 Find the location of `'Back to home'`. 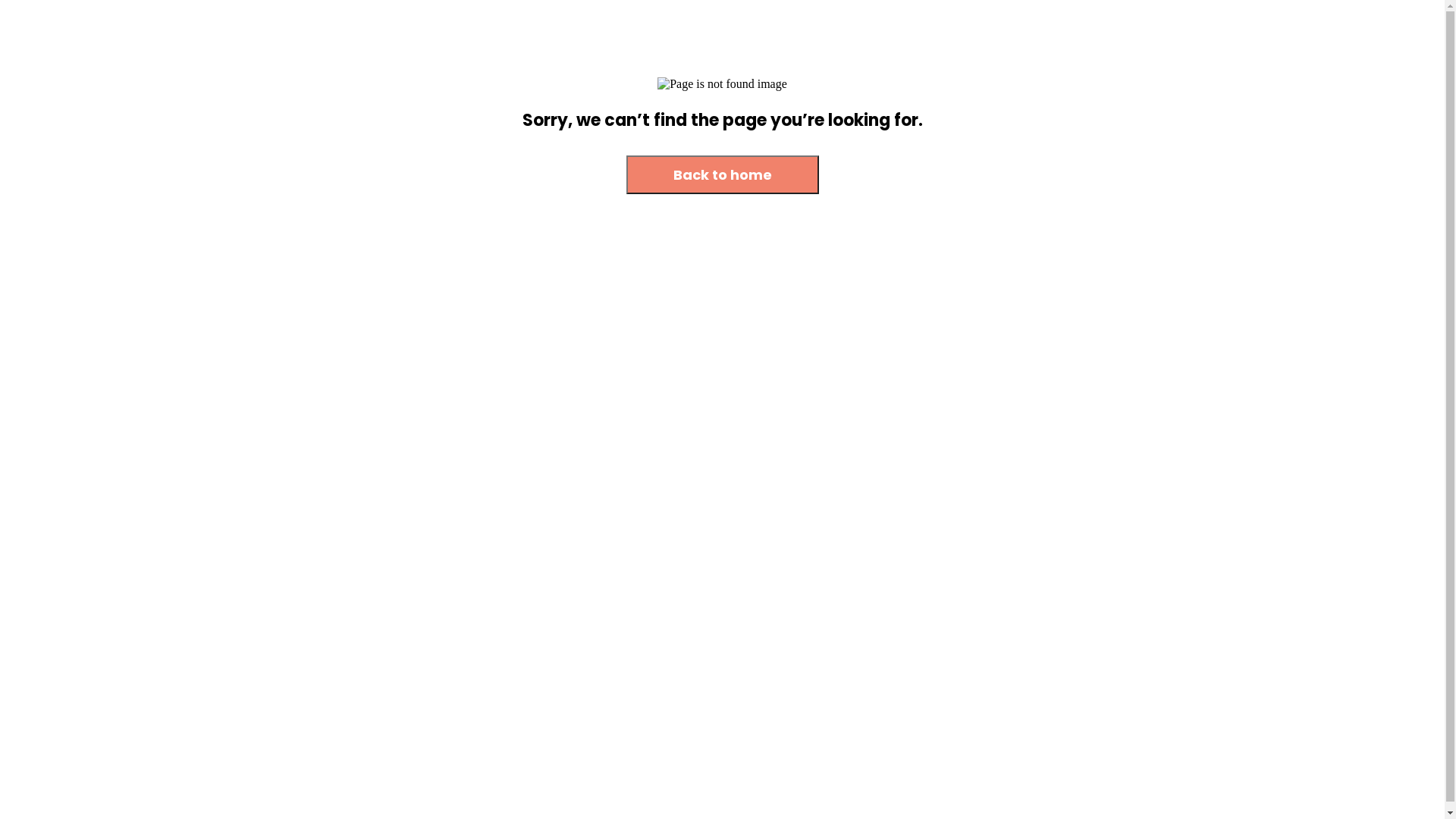

'Back to home' is located at coordinates (626, 174).